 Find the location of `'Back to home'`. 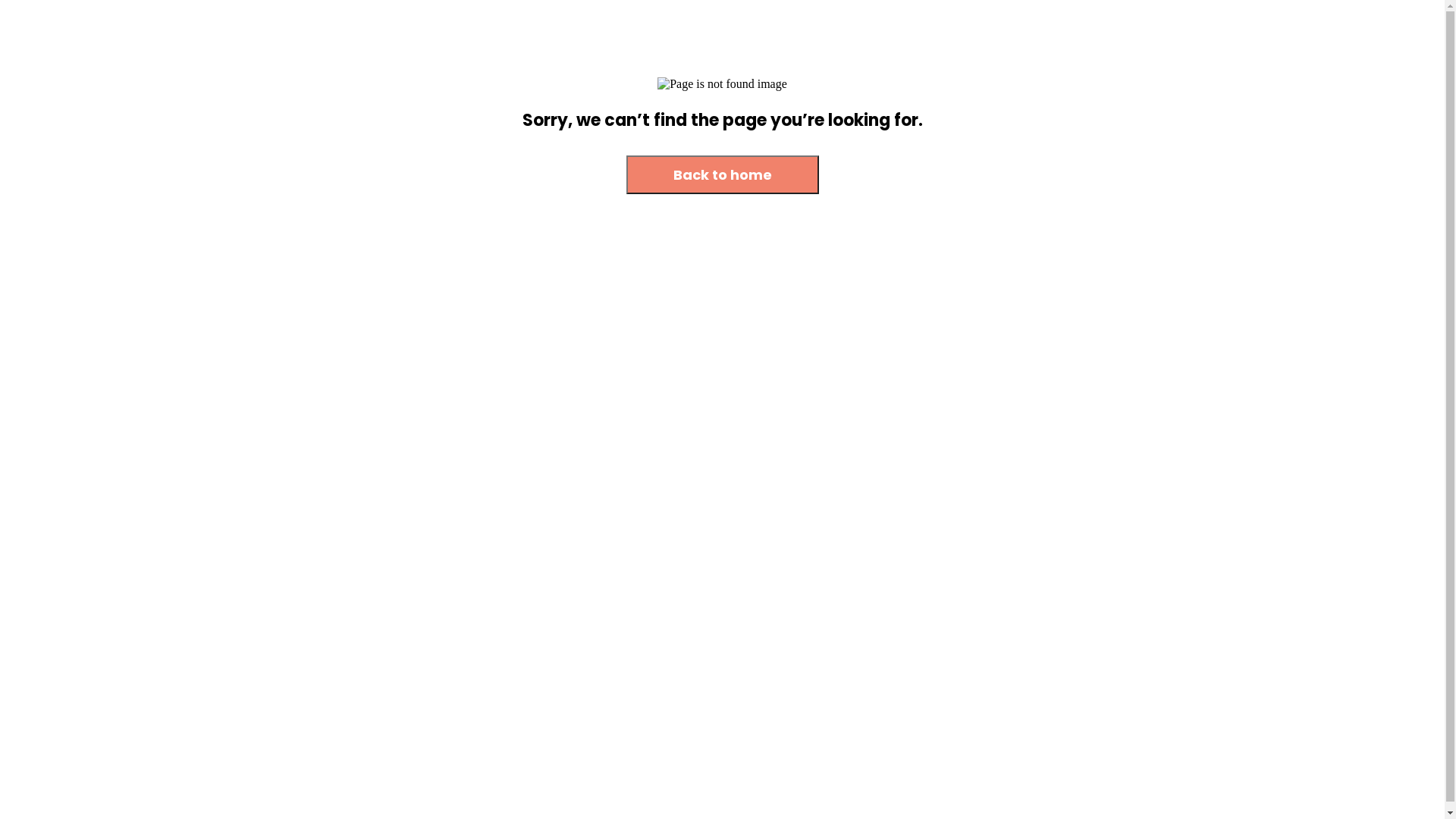

'Back to home' is located at coordinates (626, 174).